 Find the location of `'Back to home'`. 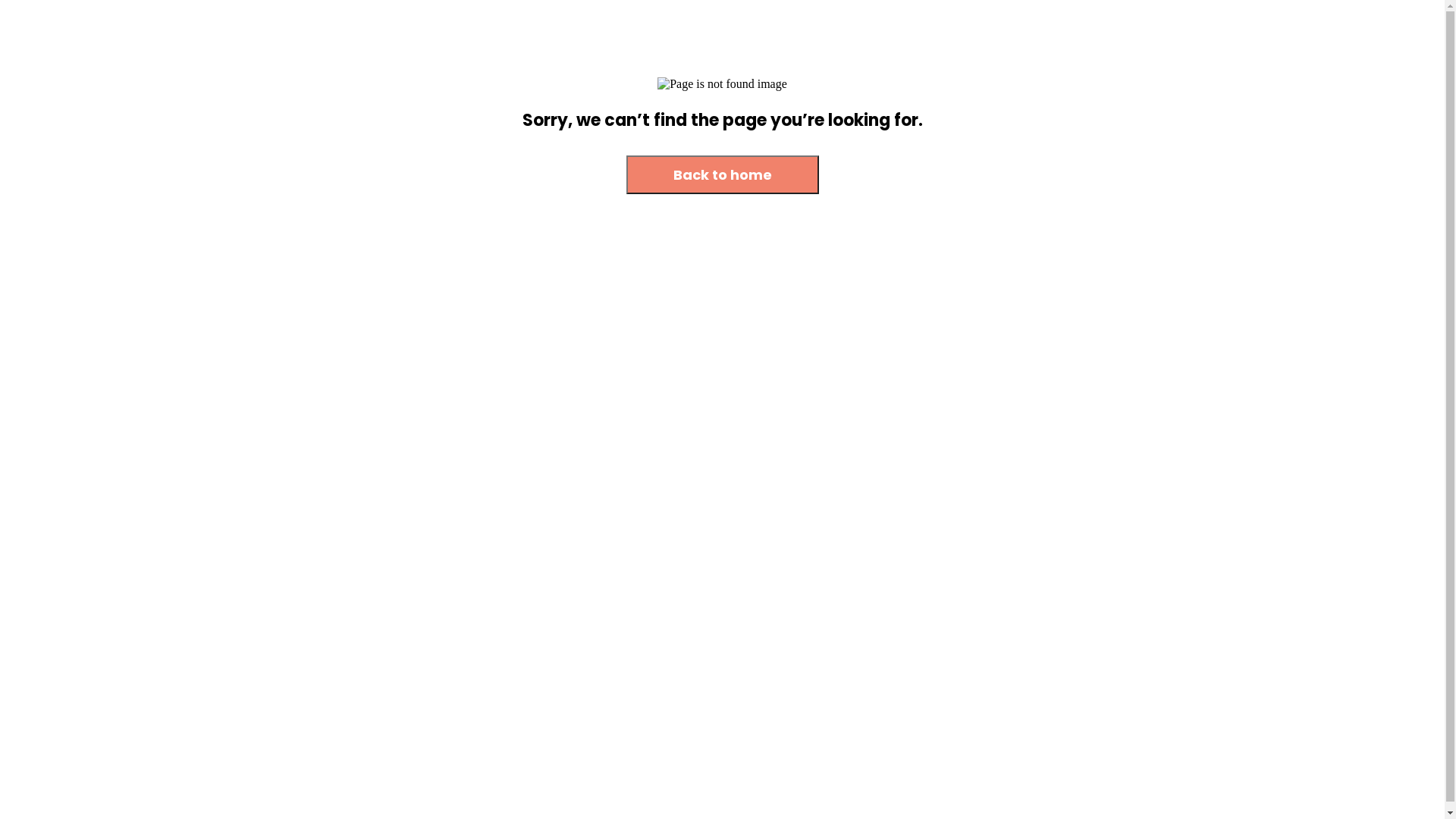

'Back to home' is located at coordinates (626, 174).